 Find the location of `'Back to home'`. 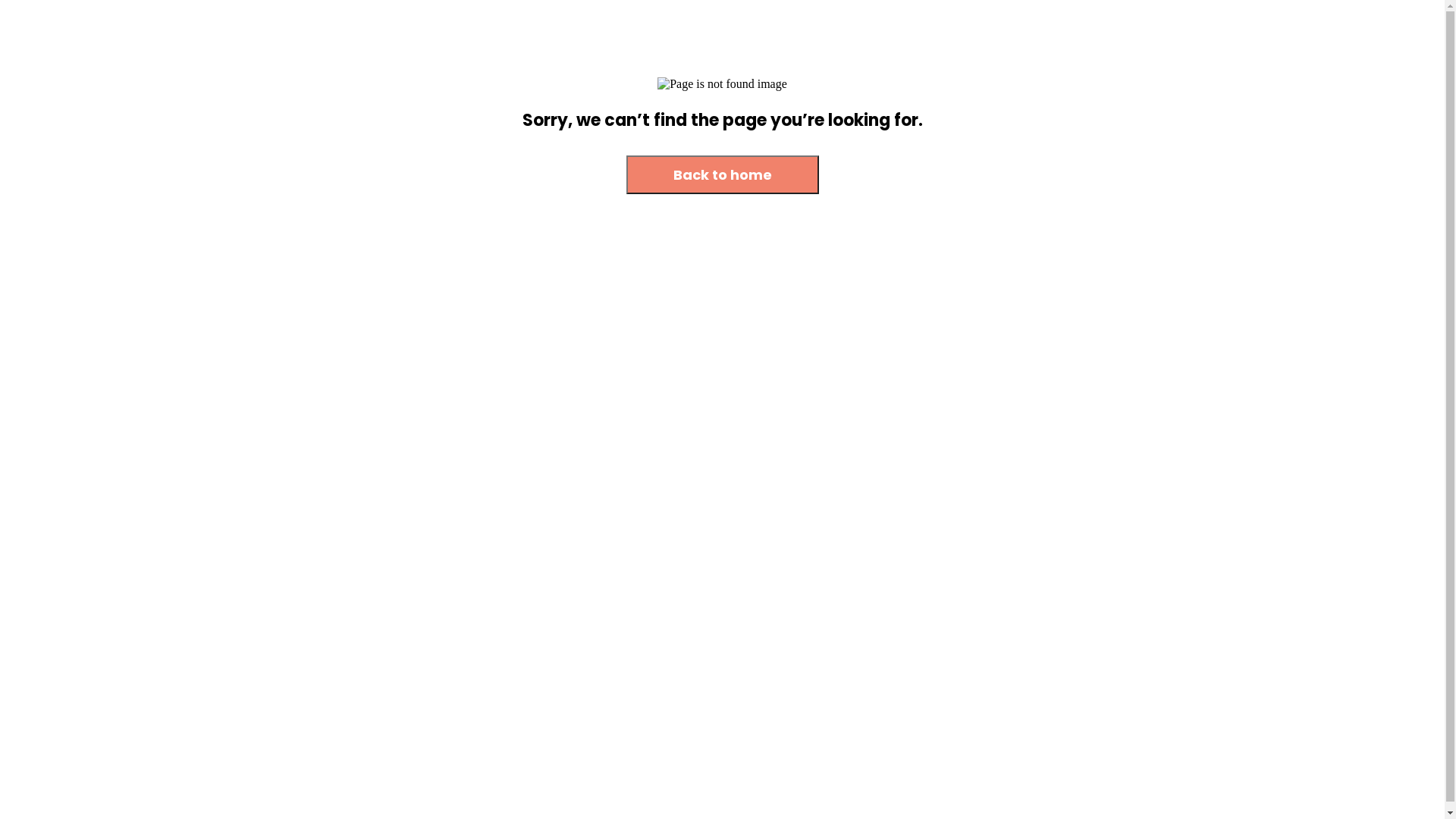

'Back to home' is located at coordinates (626, 174).